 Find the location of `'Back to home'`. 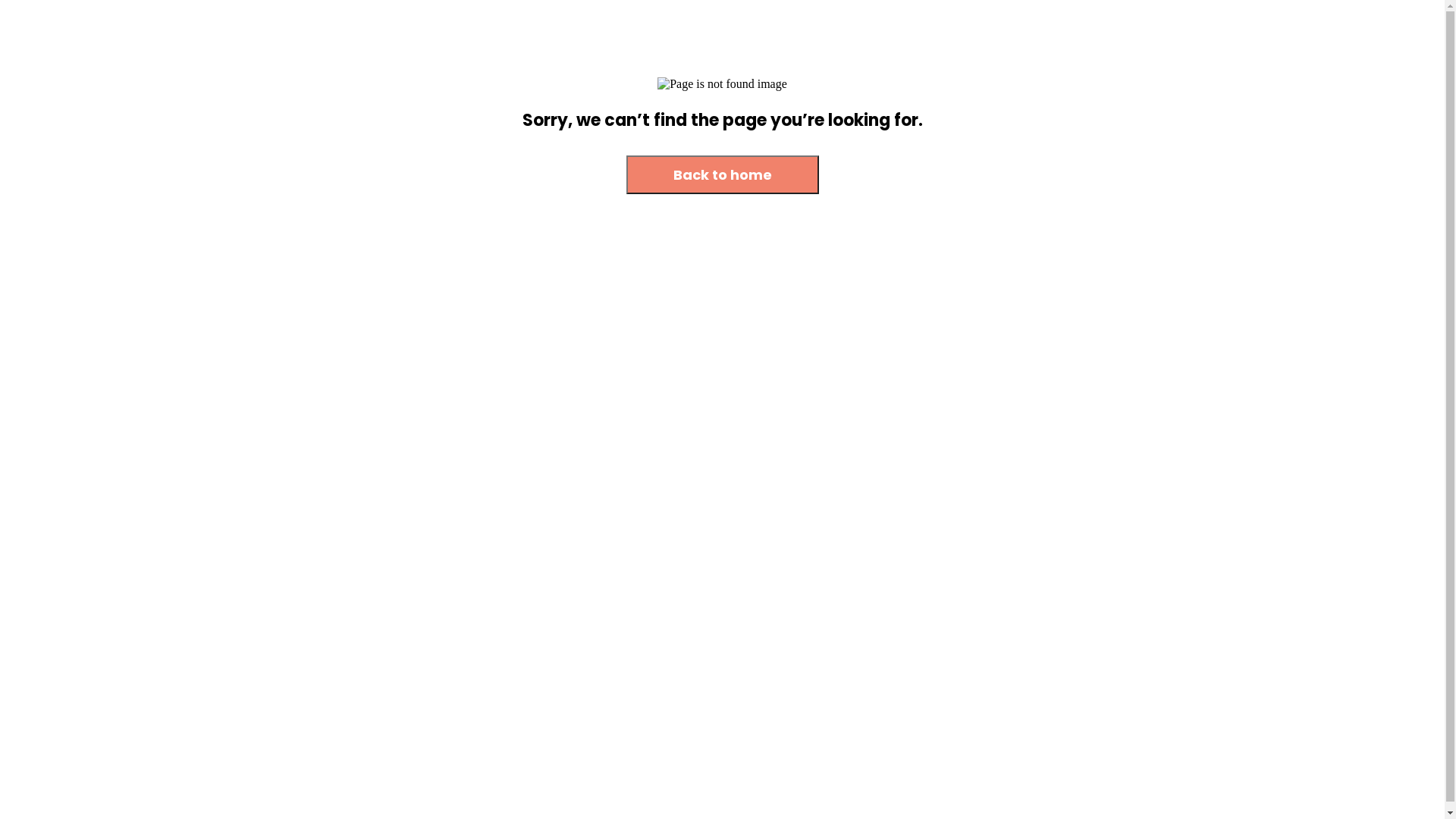

'Back to home' is located at coordinates (626, 174).